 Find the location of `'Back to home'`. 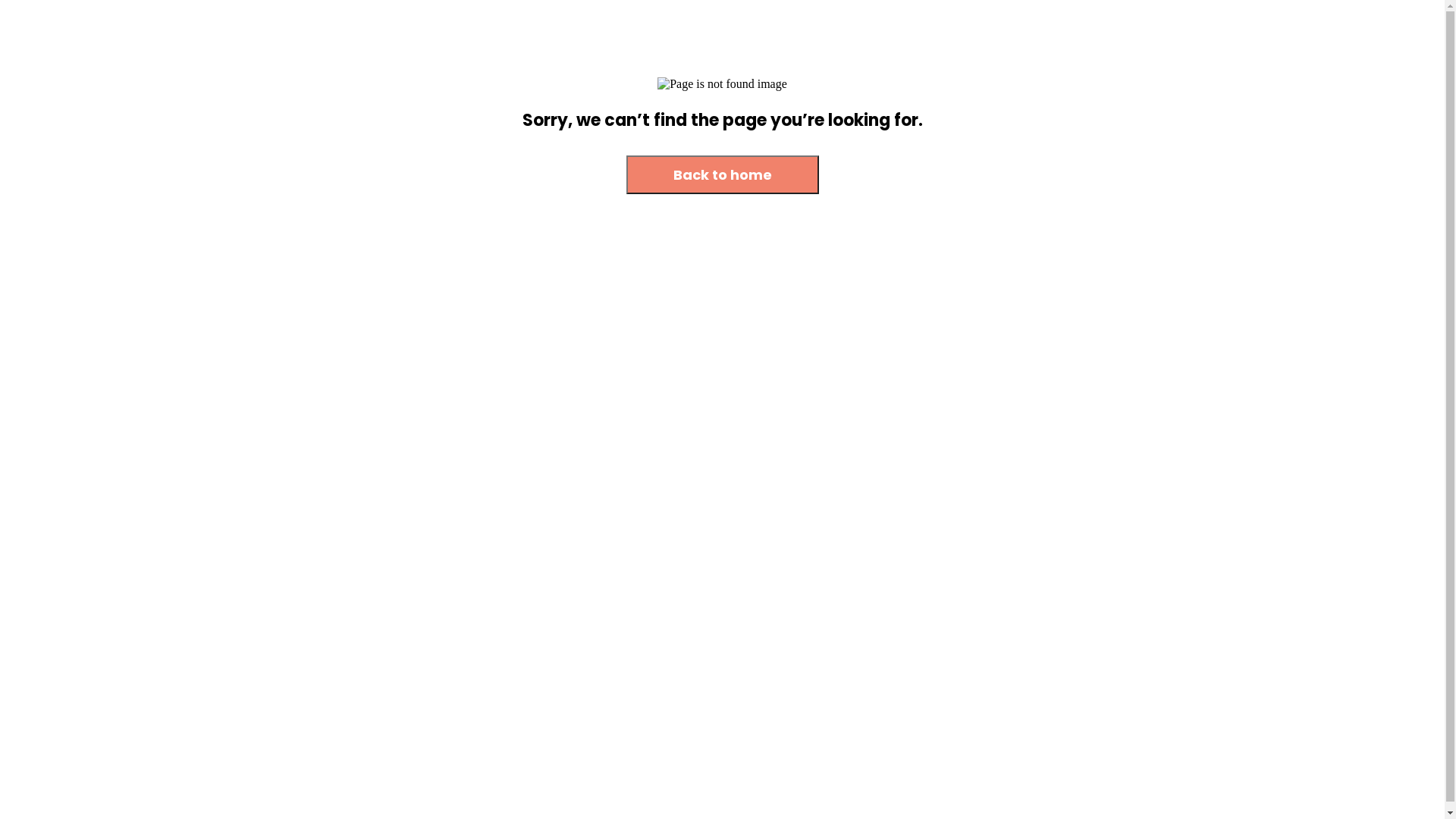

'Back to home' is located at coordinates (626, 174).